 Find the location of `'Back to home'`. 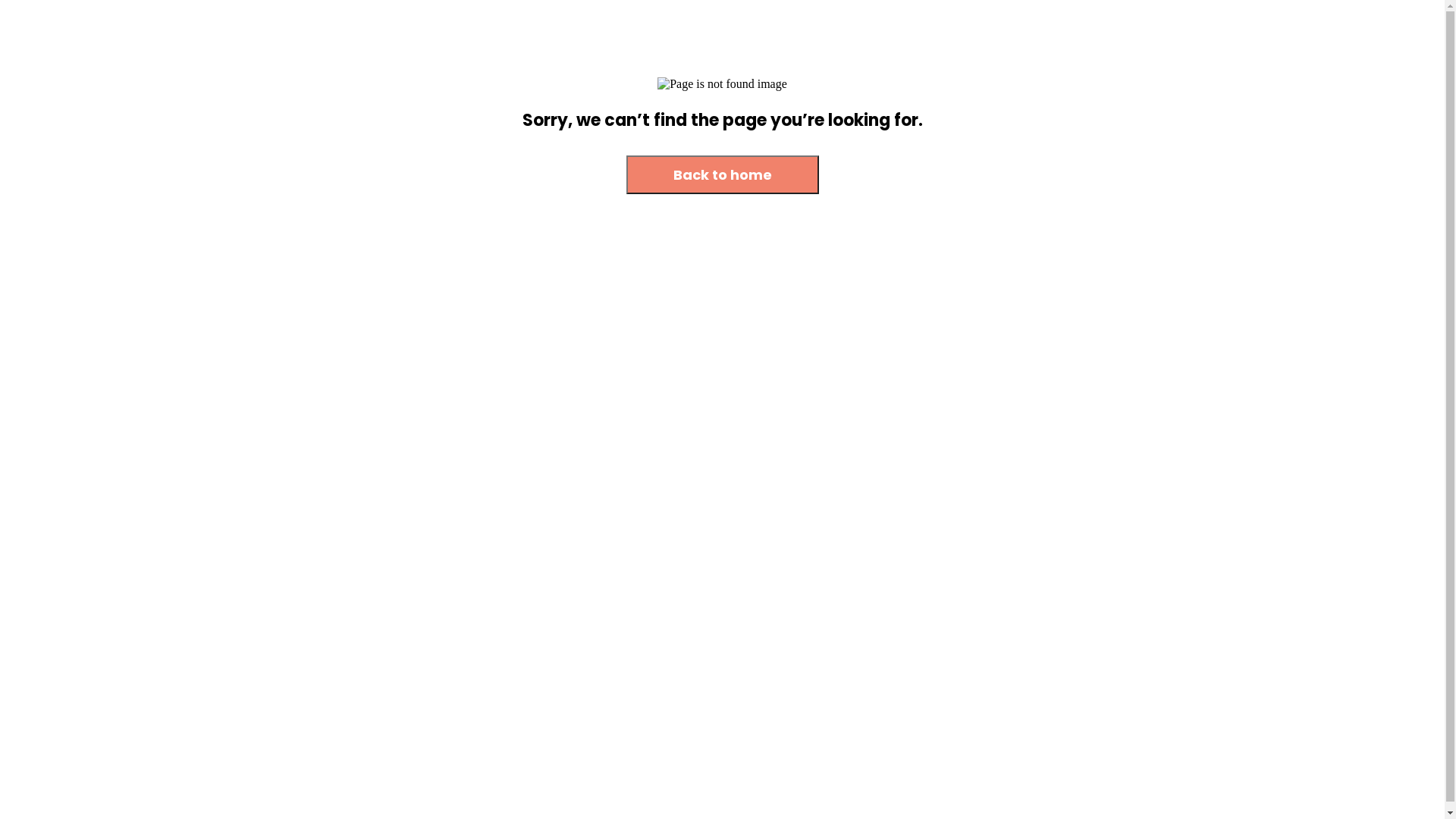

'Back to home' is located at coordinates (626, 174).